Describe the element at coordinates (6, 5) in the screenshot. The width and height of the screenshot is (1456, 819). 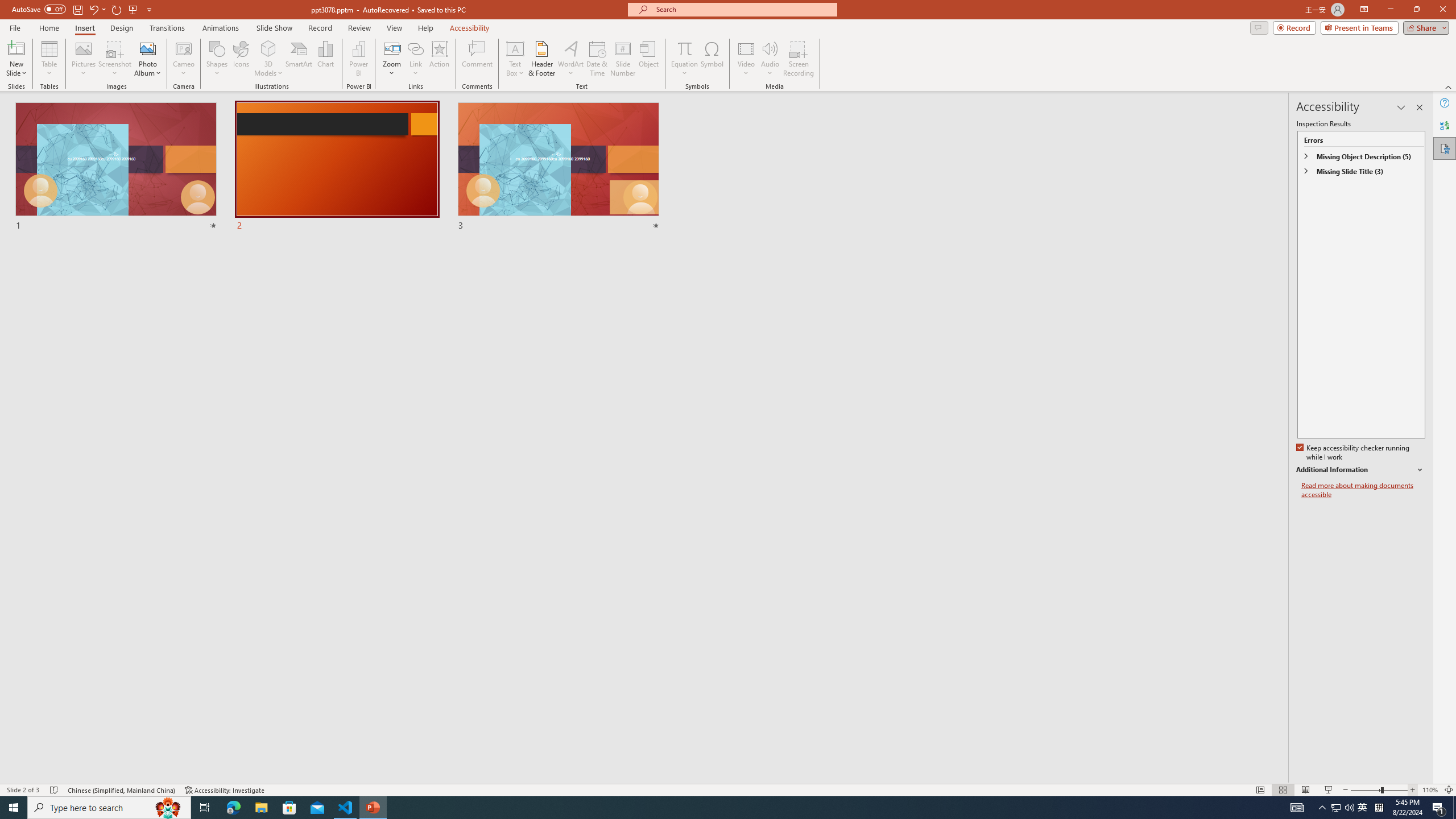
I see `'System'` at that location.